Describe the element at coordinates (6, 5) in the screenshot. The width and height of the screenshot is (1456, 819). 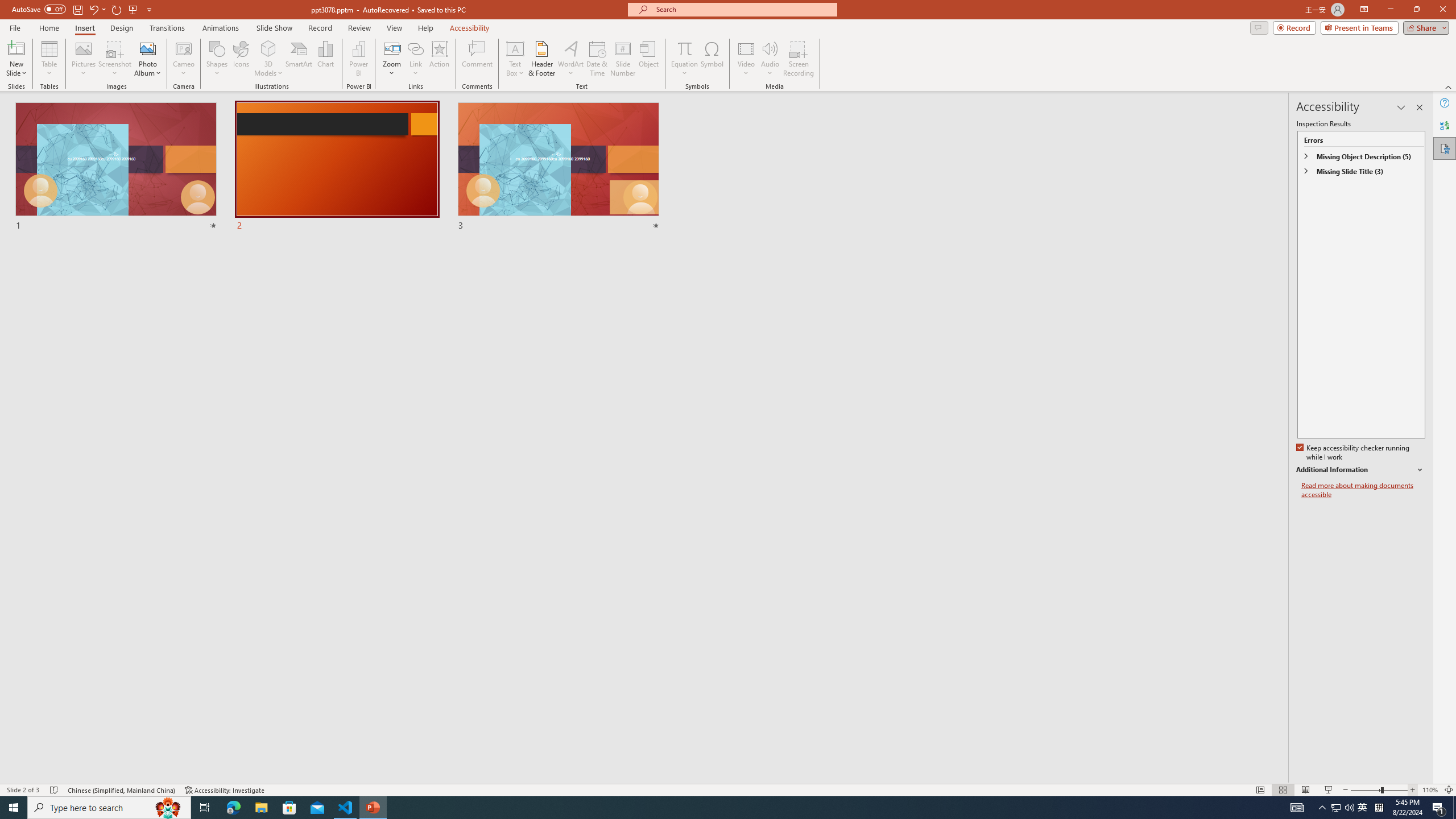
I see `'System'` at that location.